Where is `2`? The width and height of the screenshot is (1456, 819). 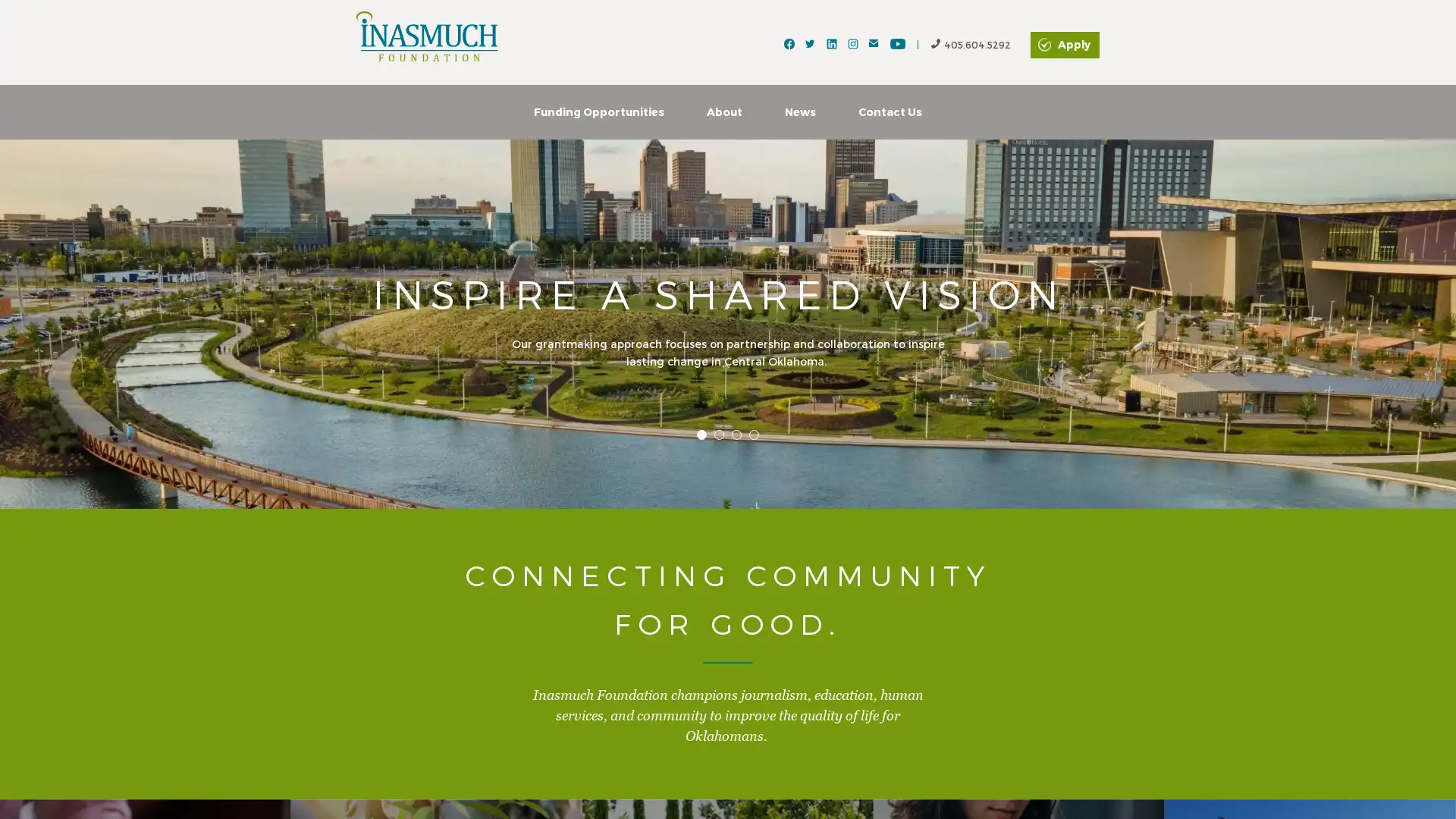
2 is located at coordinates (718, 434).